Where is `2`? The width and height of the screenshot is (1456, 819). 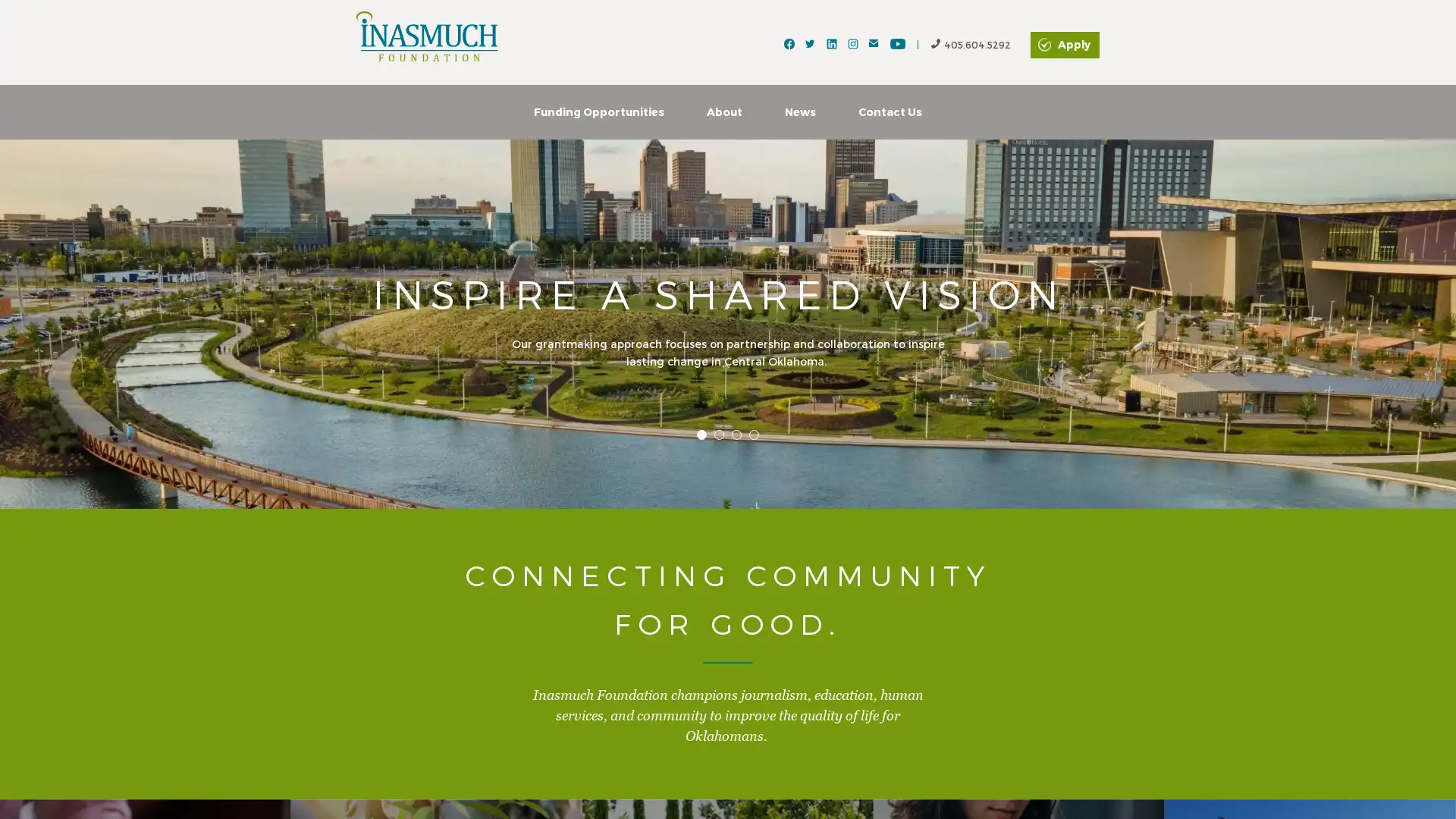
2 is located at coordinates (718, 434).